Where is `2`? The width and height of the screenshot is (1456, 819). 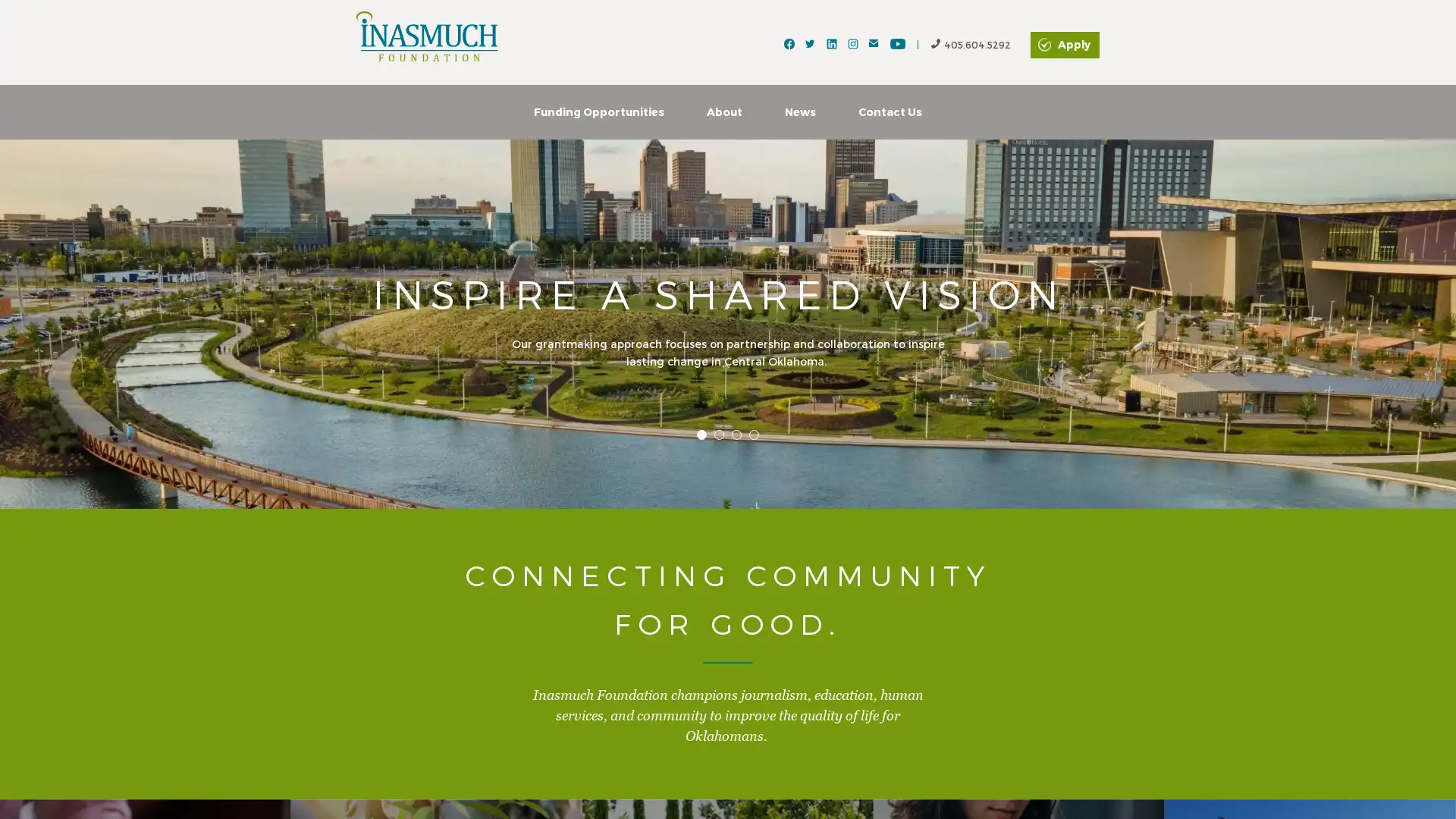
2 is located at coordinates (718, 434).